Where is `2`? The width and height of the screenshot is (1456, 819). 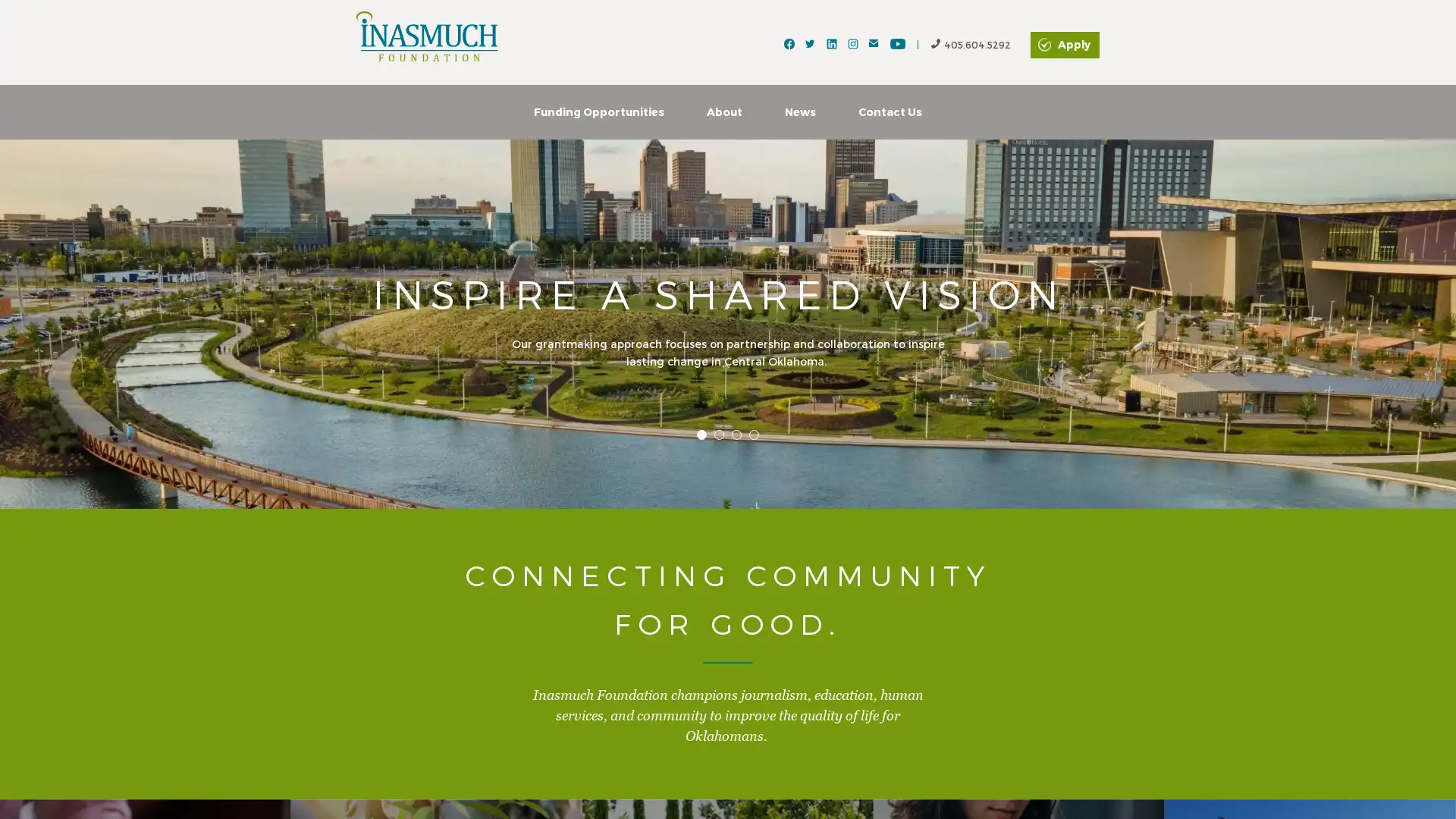
2 is located at coordinates (718, 434).